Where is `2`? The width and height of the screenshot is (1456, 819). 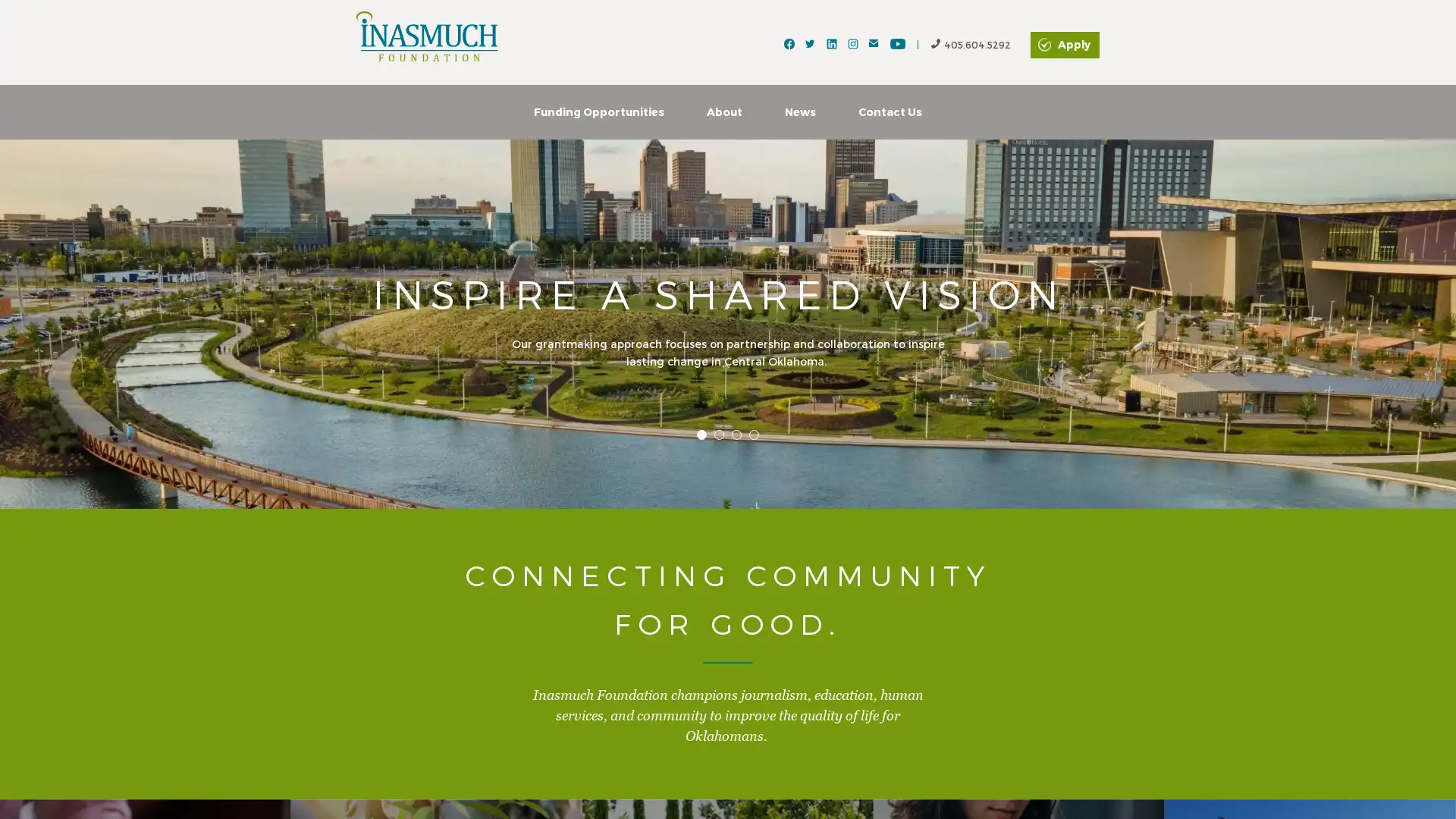
2 is located at coordinates (718, 434).